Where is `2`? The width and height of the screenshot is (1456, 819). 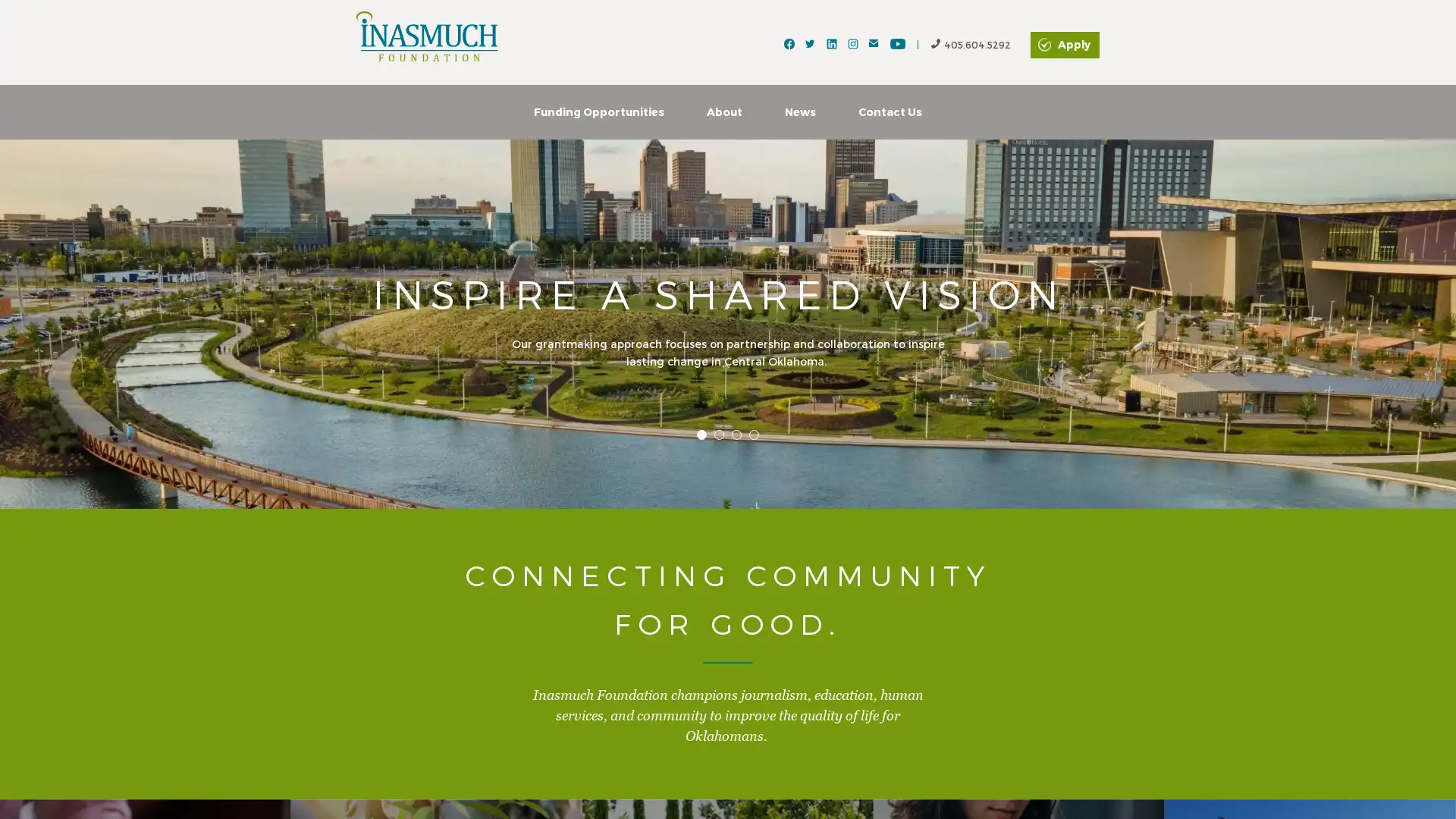
2 is located at coordinates (718, 434).